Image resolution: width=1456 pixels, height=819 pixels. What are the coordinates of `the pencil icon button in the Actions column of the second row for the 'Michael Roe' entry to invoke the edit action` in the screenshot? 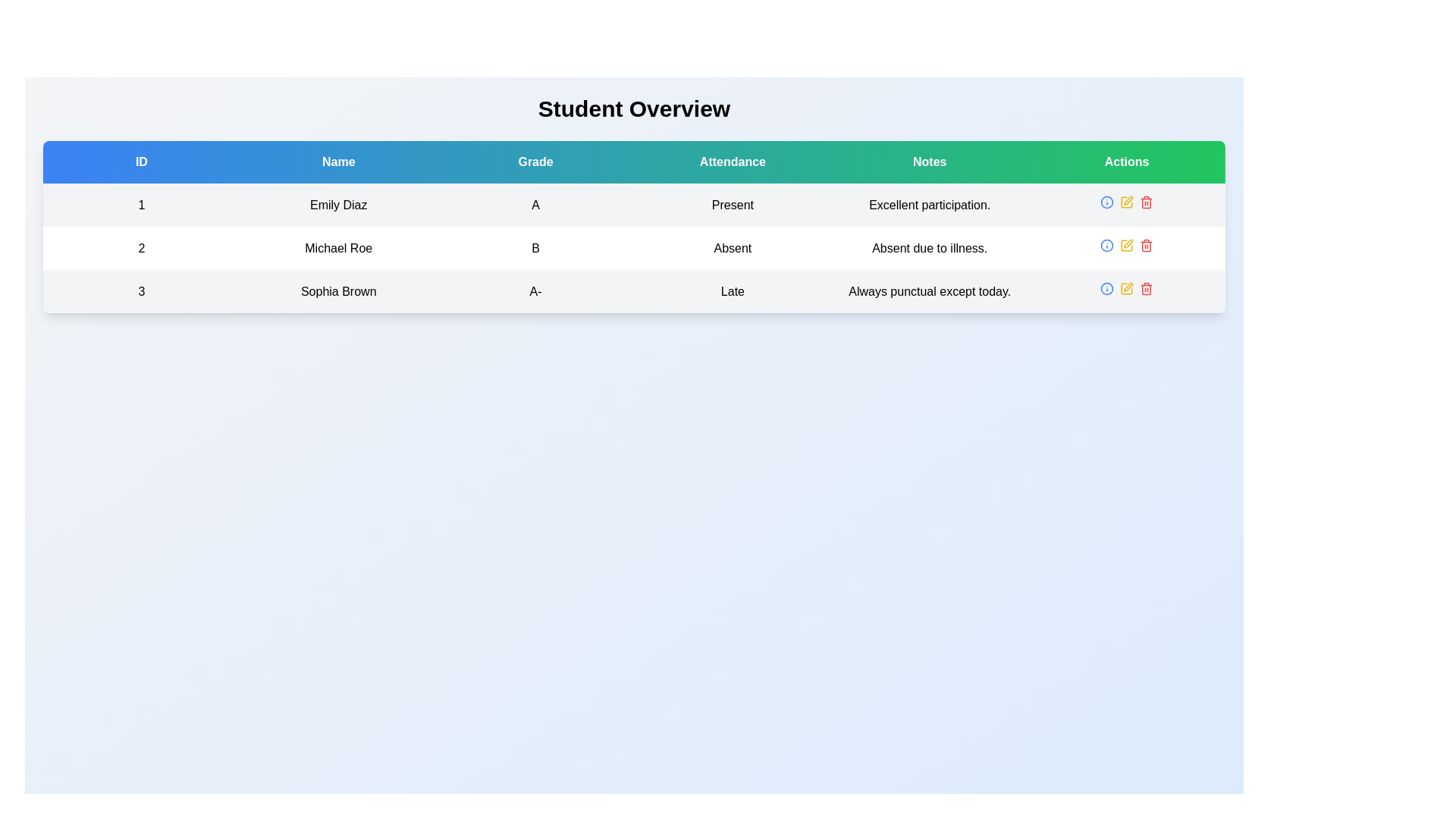 It's located at (1127, 247).